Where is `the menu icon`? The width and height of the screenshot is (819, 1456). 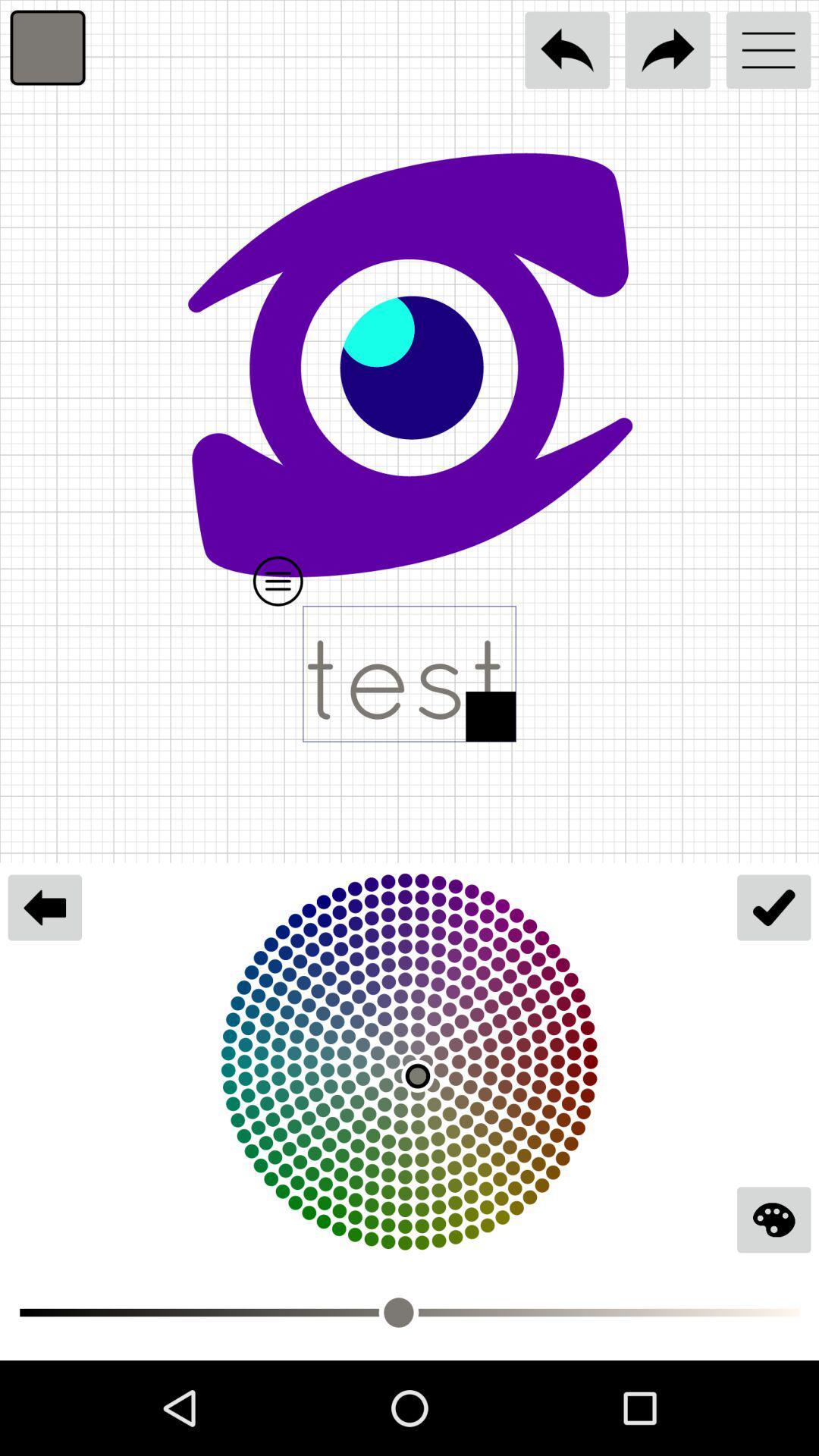
the menu icon is located at coordinates (768, 50).